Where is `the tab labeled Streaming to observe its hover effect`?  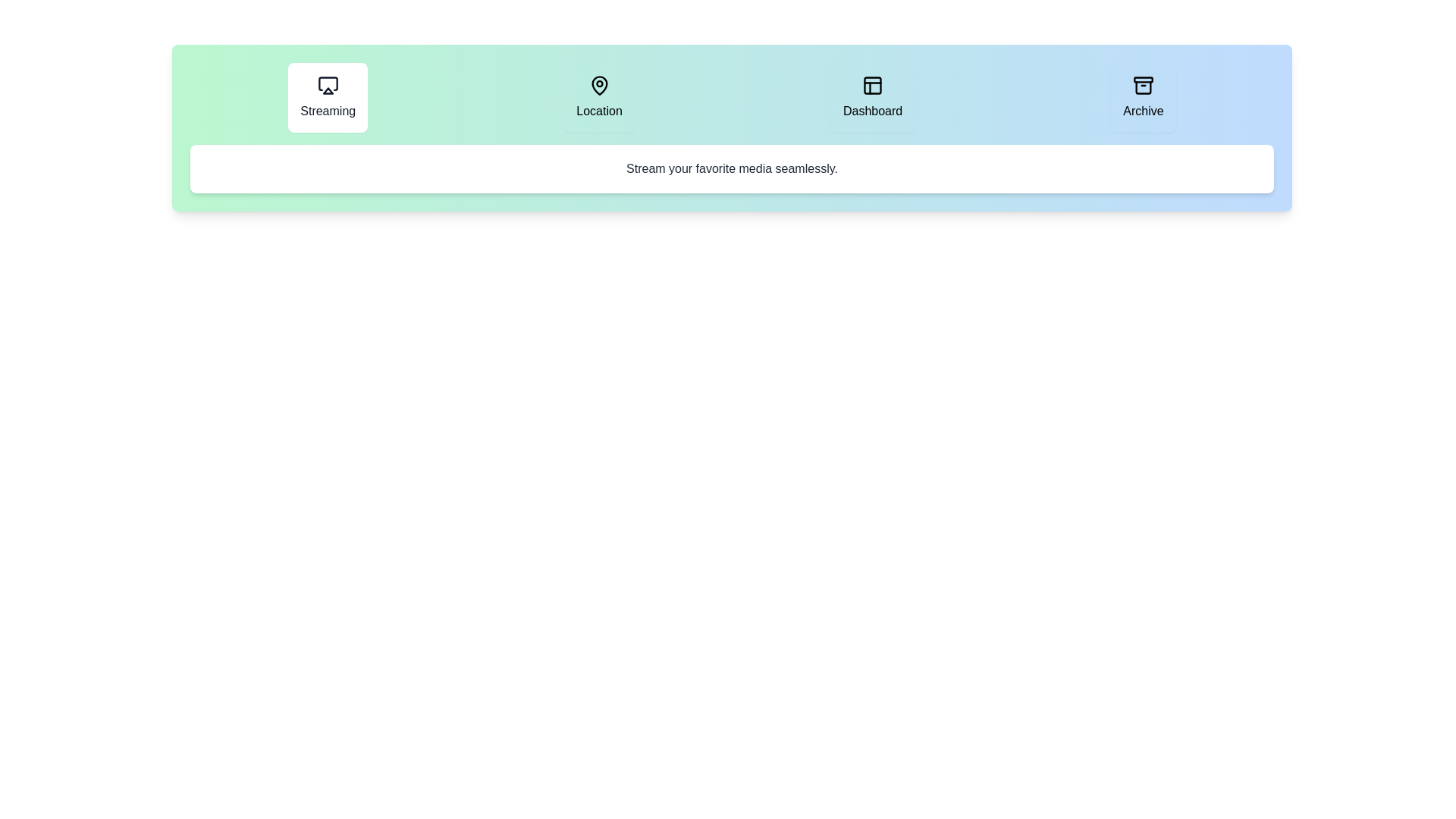 the tab labeled Streaming to observe its hover effect is located at coordinates (327, 97).